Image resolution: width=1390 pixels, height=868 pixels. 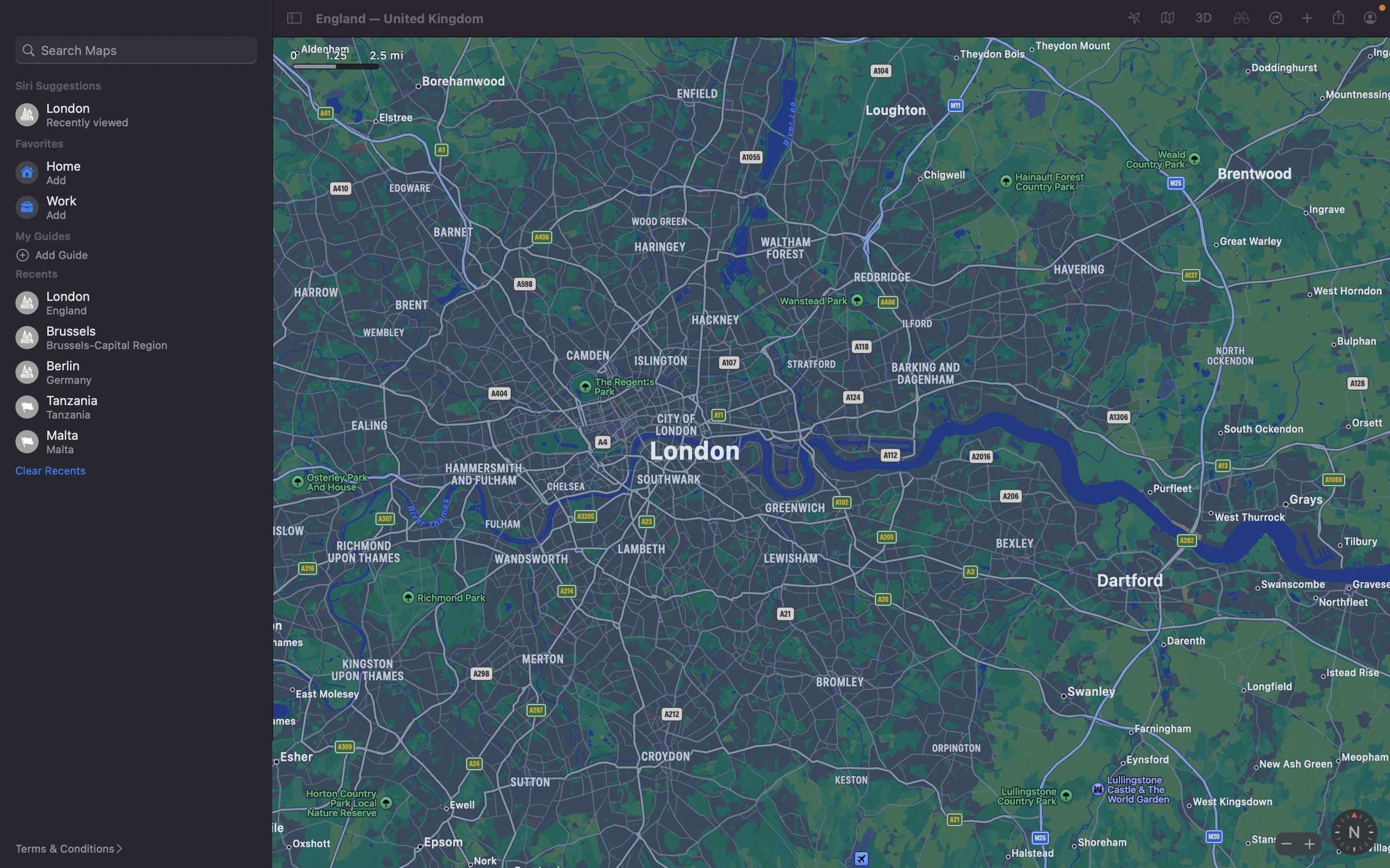 I want to click on Share the current map location, so click(x=1340, y=16).